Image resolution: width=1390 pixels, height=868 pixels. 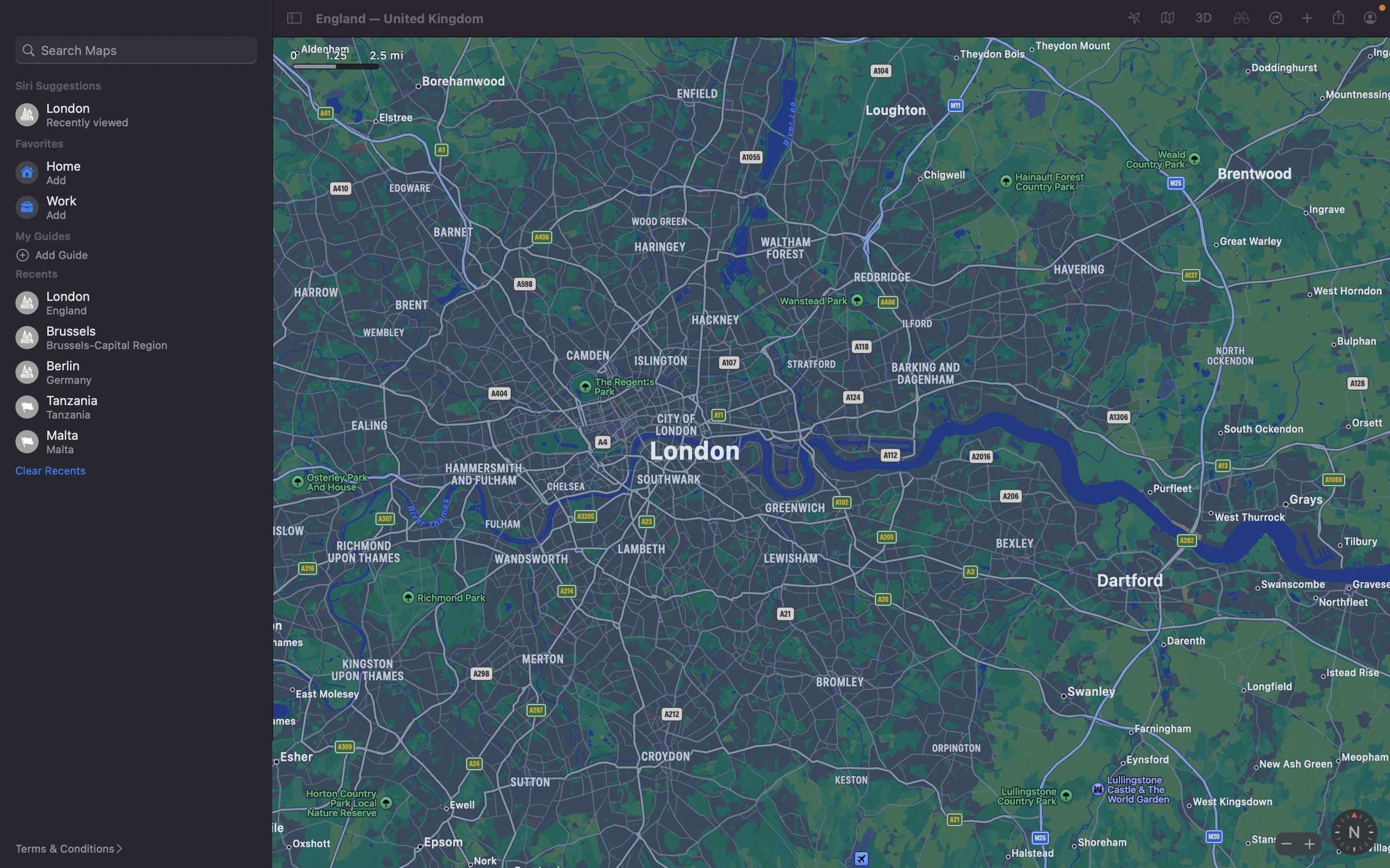 I want to click on Share the current map location, so click(x=1340, y=16).